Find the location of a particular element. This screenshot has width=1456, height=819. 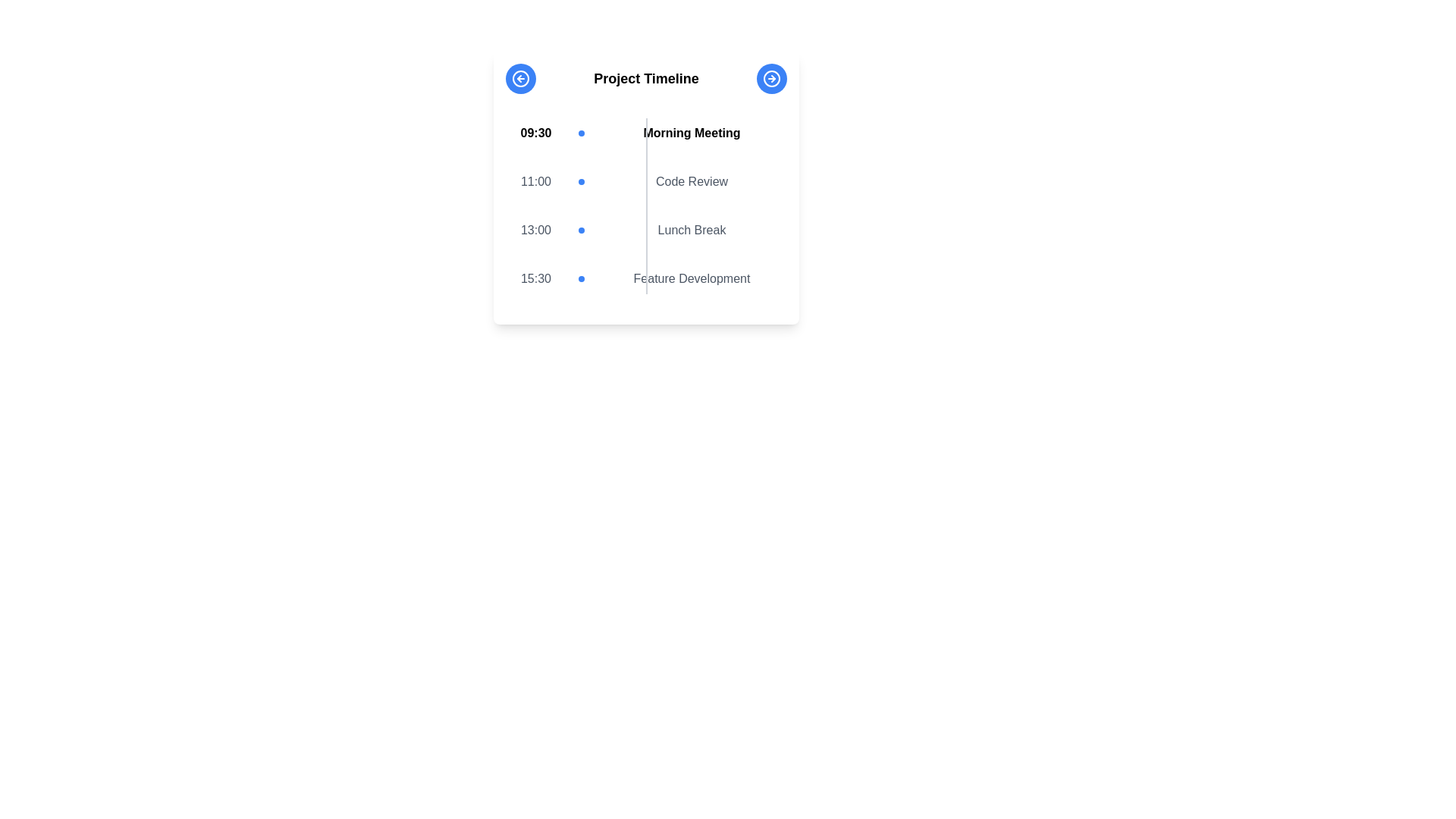

the 'Morning Meeting' text label that is part of the timeline, positioned to the right of the '09:30' time label and a small blue dot is located at coordinates (691, 133).